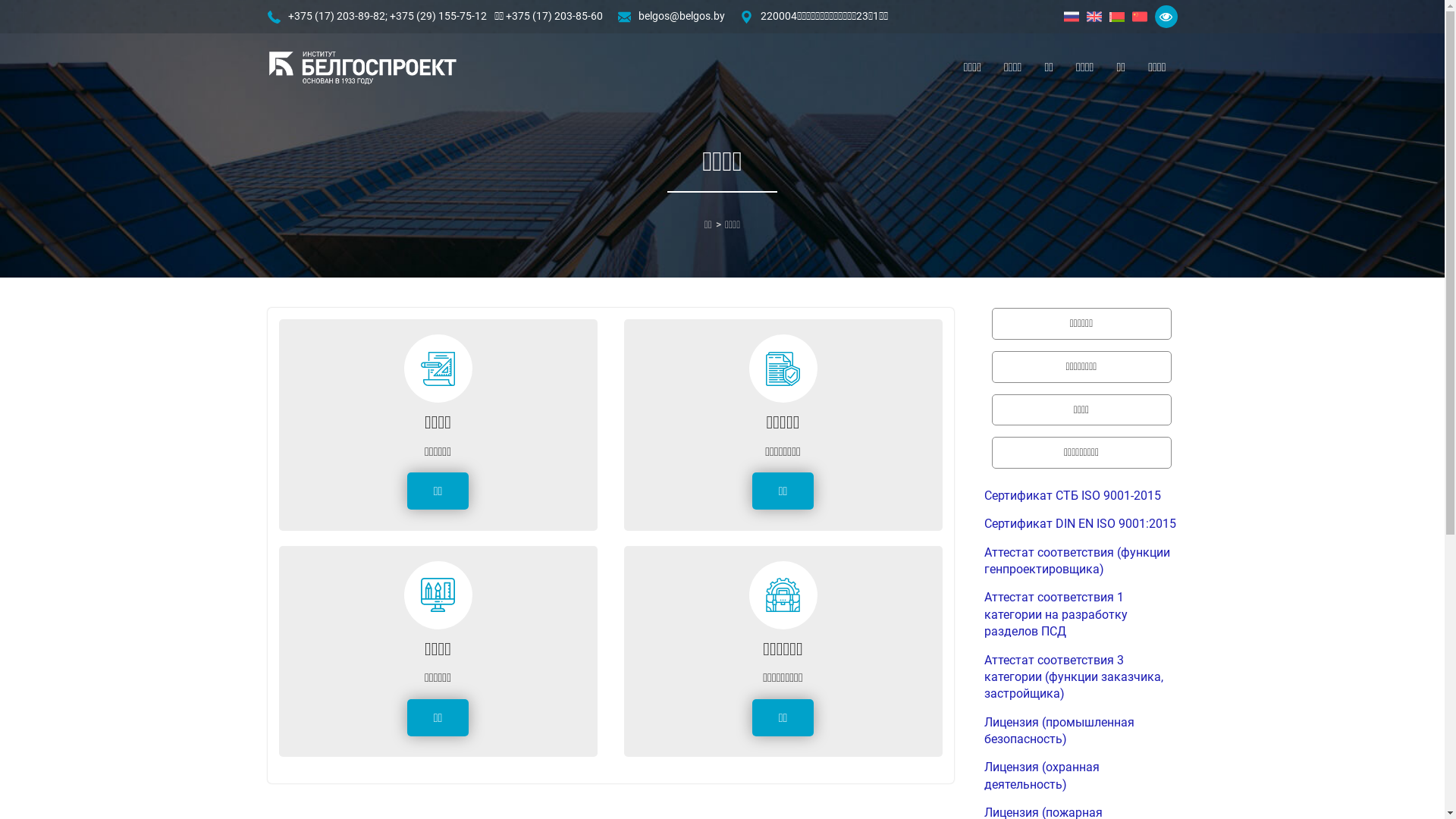 The width and height of the screenshot is (1456, 819). Describe the element at coordinates (387, 17) in the screenshot. I see `'+375 (17) 203-89-82; +375 (29) 155-75-12'` at that location.